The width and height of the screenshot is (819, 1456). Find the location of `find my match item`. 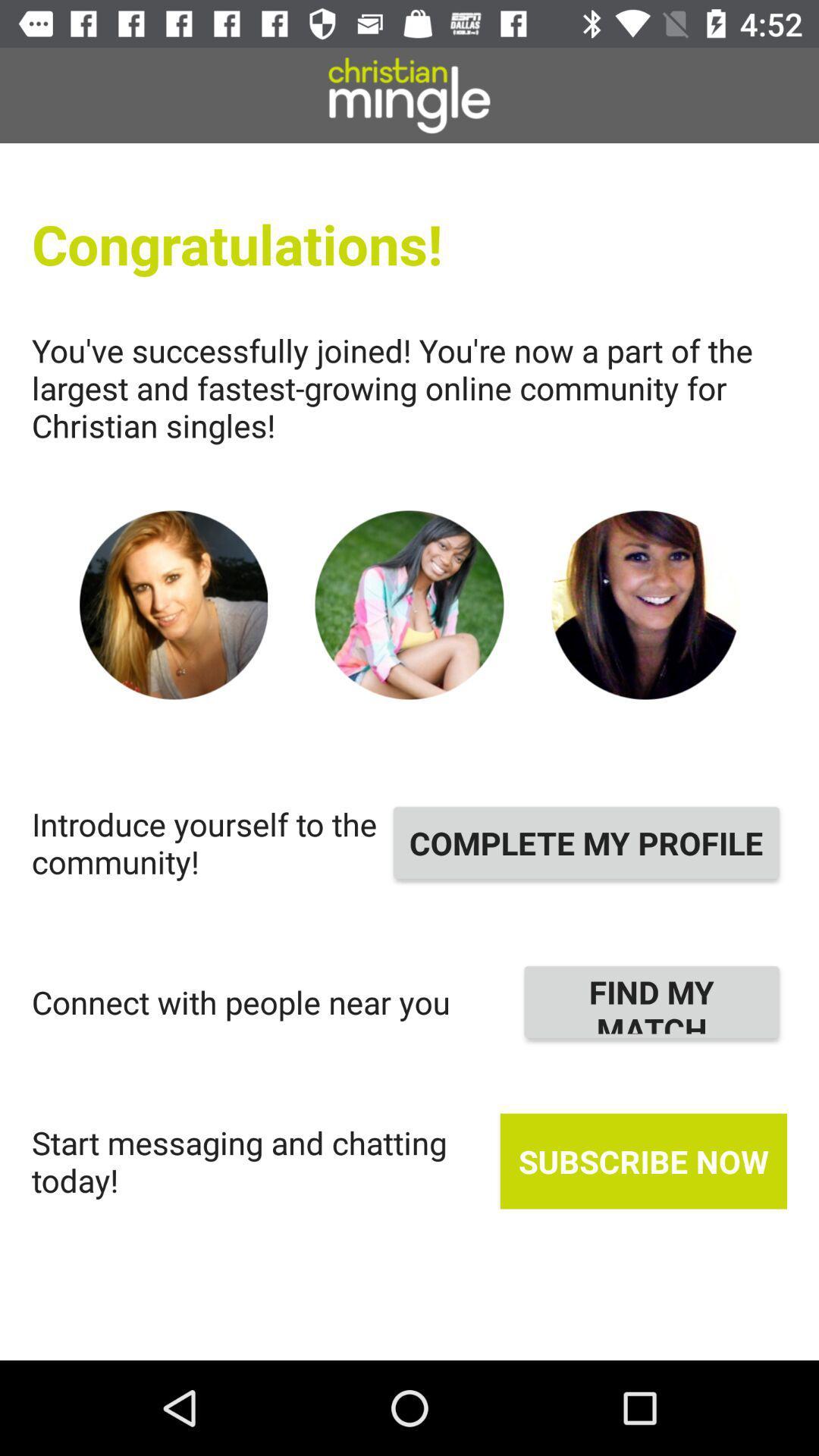

find my match item is located at coordinates (651, 1002).